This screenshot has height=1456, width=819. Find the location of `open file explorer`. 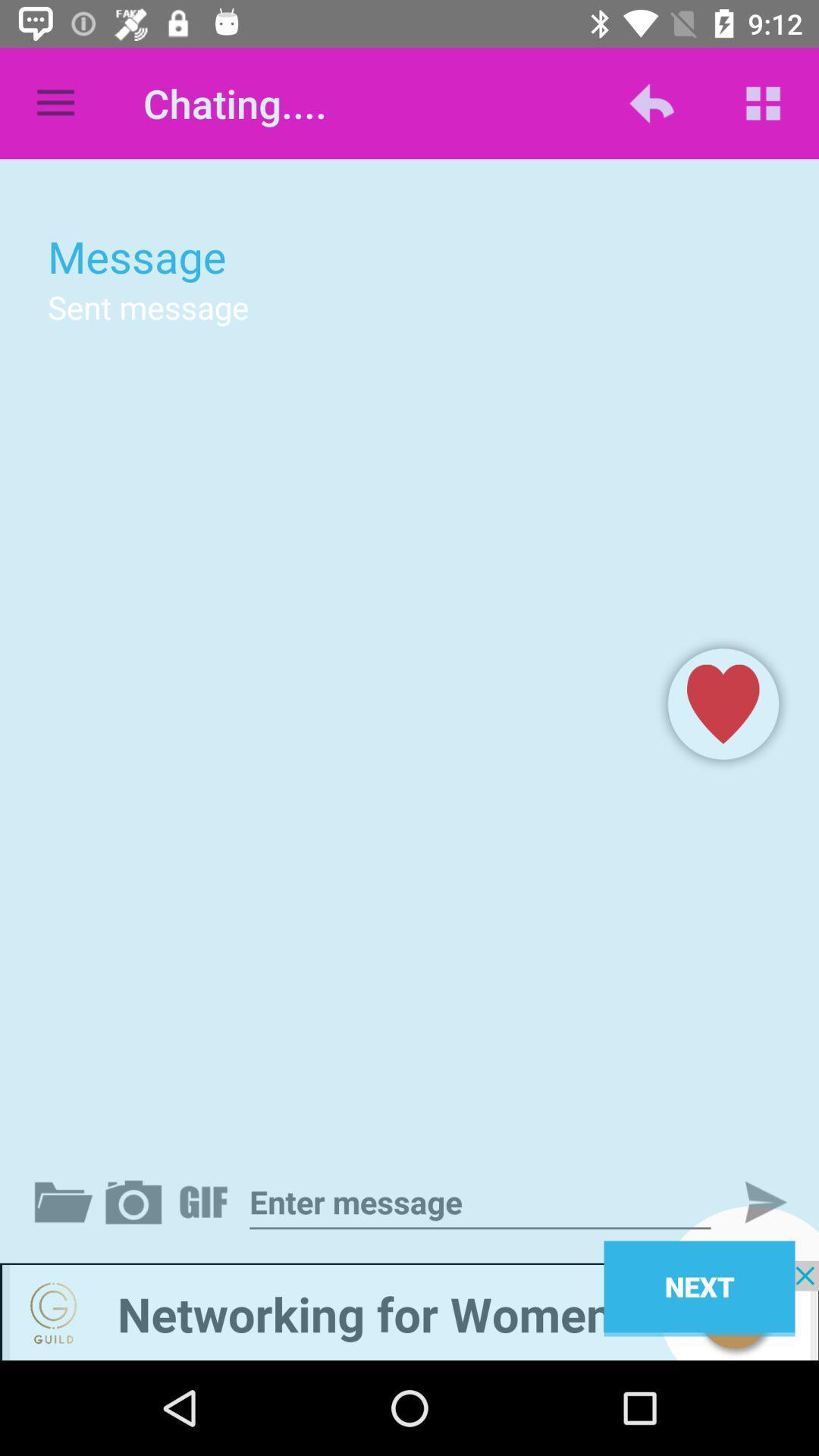

open file explorer is located at coordinates (66, 1201).